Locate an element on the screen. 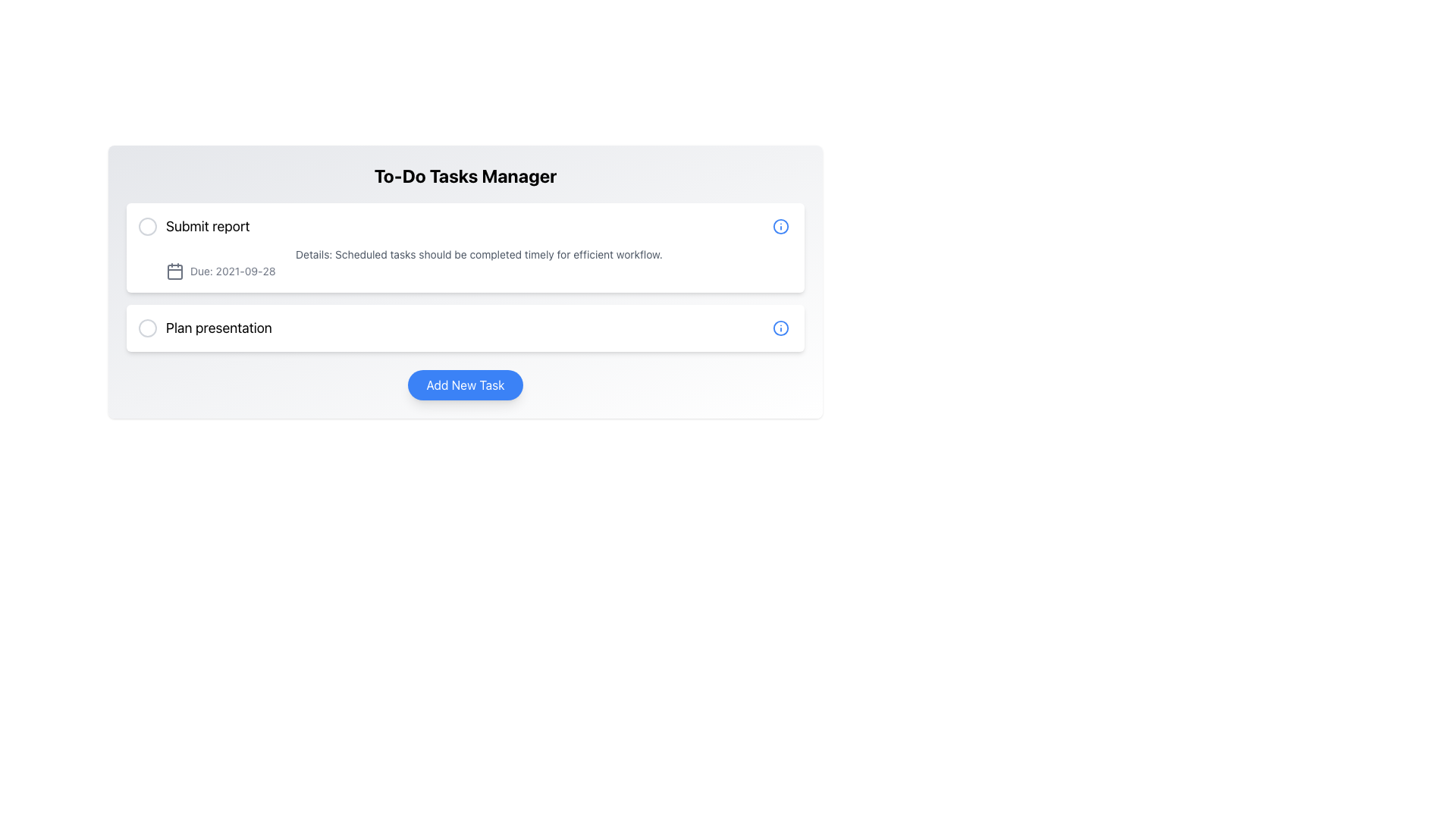 Image resolution: width=1456 pixels, height=819 pixels. the 'Add New Task' button, which is a rounded rectangular blue button with white text is located at coordinates (465, 384).